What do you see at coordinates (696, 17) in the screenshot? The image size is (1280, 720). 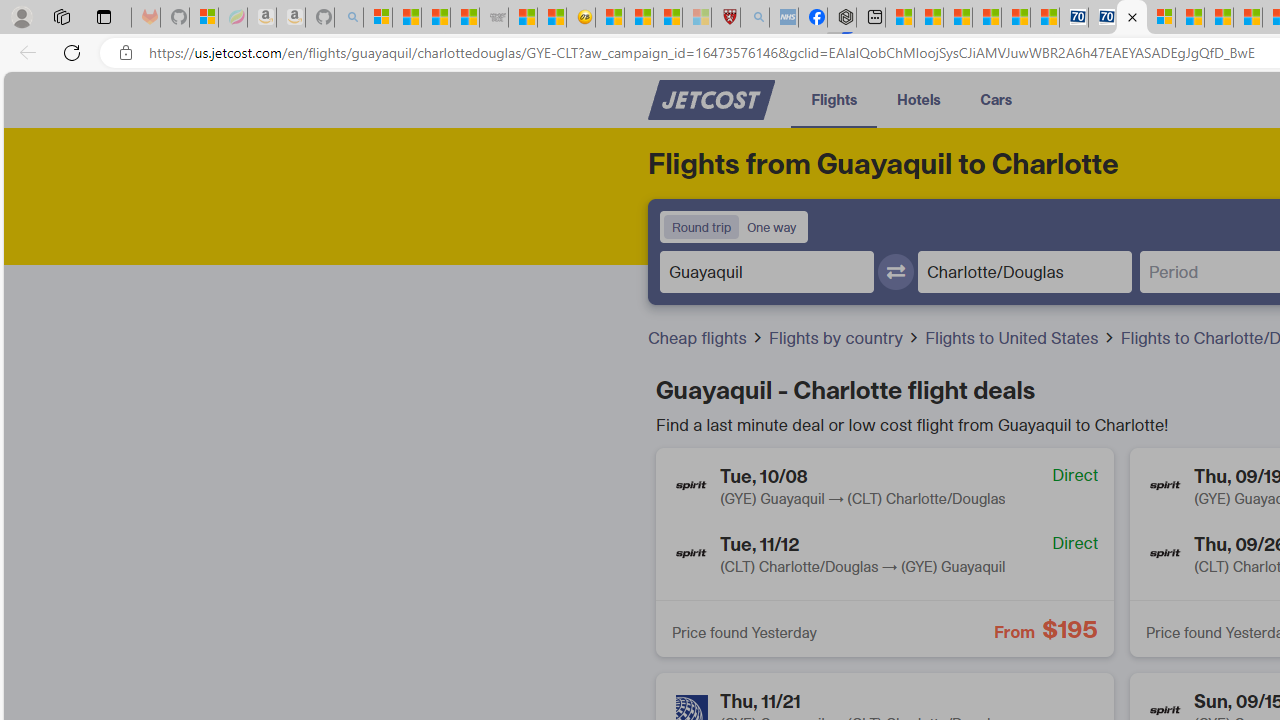 I see `'12 Popular Science Lies that Must be Corrected - Sleeping'` at bounding box center [696, 17].